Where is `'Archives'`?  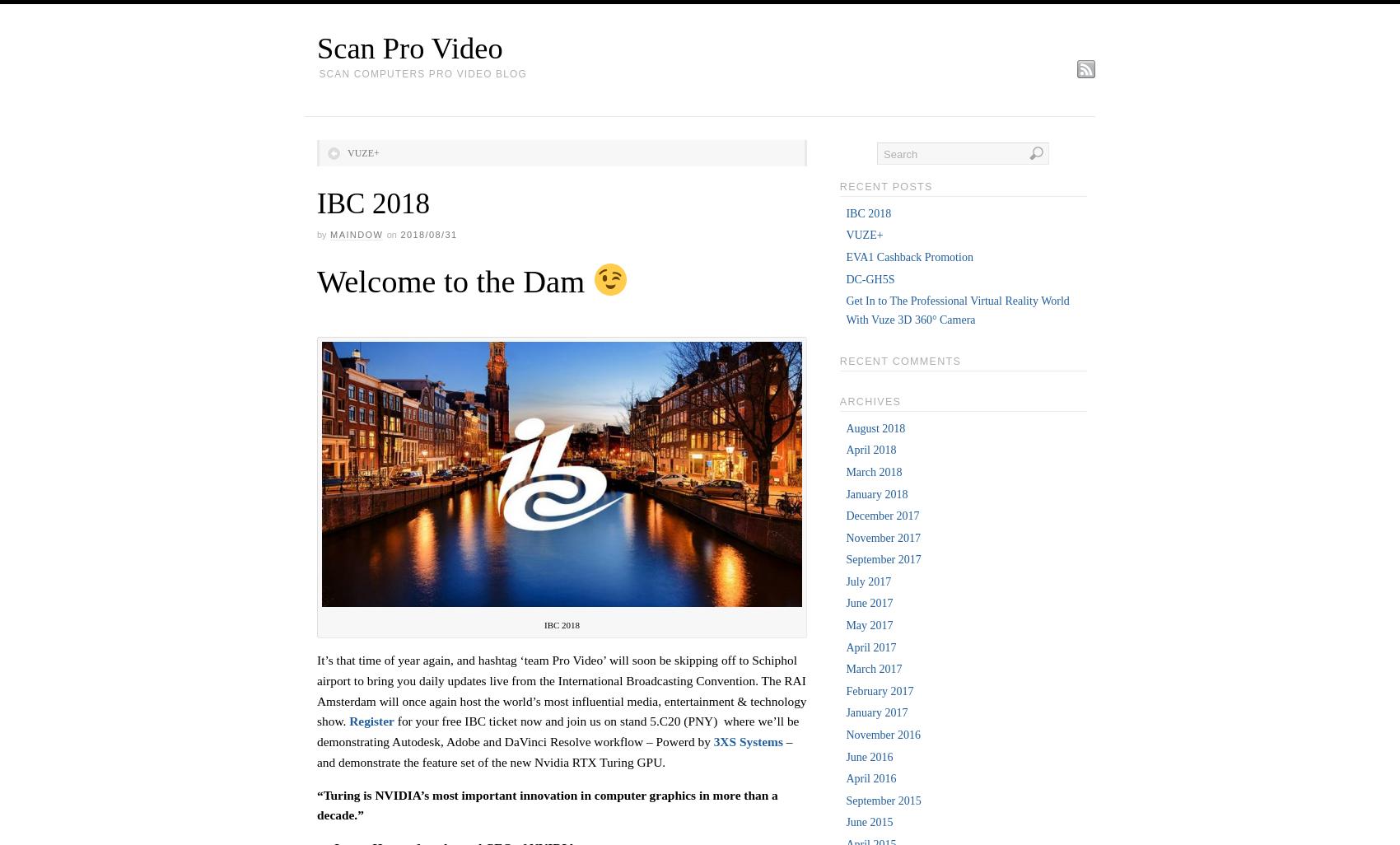 'Archives' is located at coordinates (869, 400).